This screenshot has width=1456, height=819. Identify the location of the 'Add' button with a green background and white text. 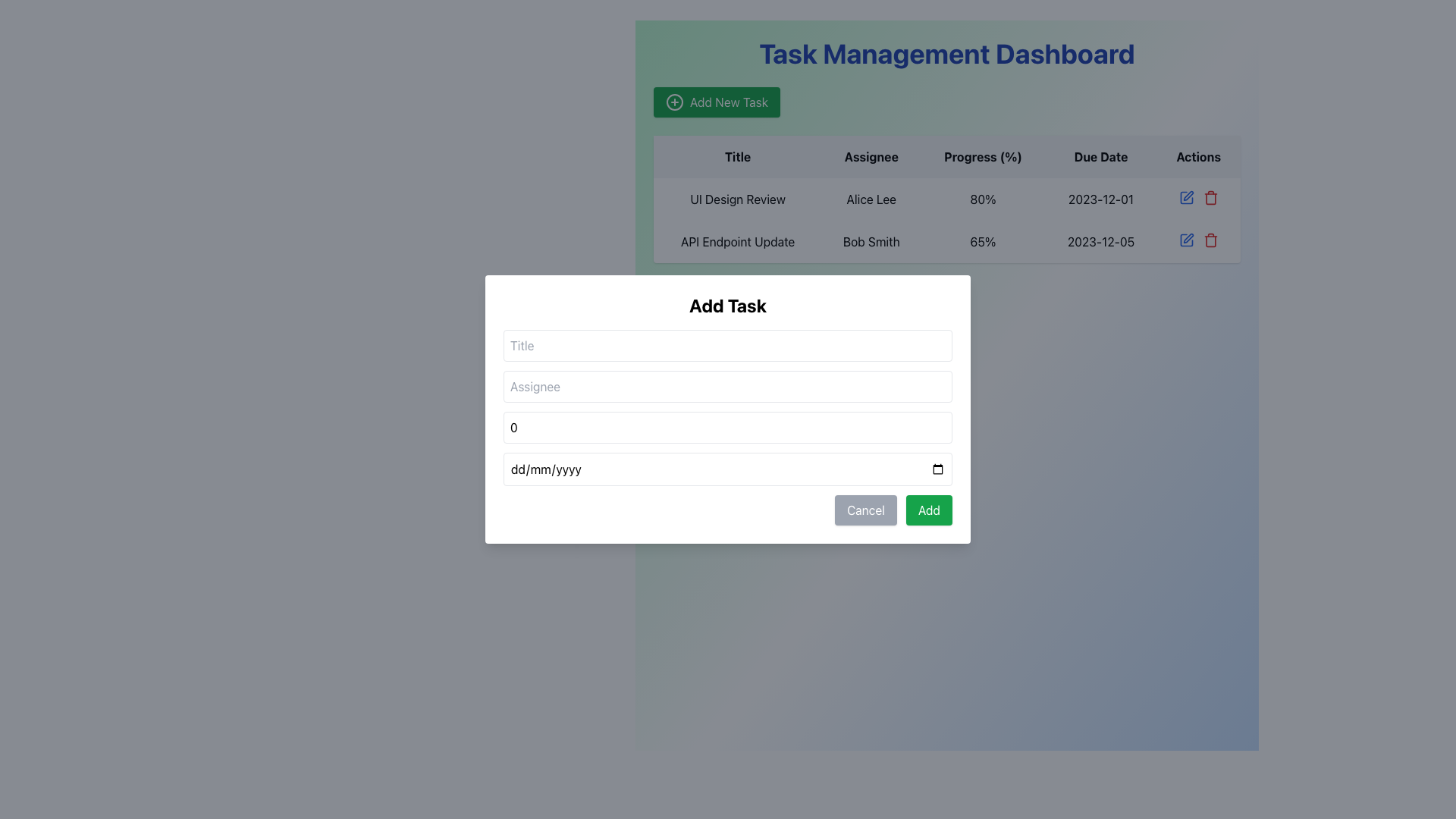
(928, 510).